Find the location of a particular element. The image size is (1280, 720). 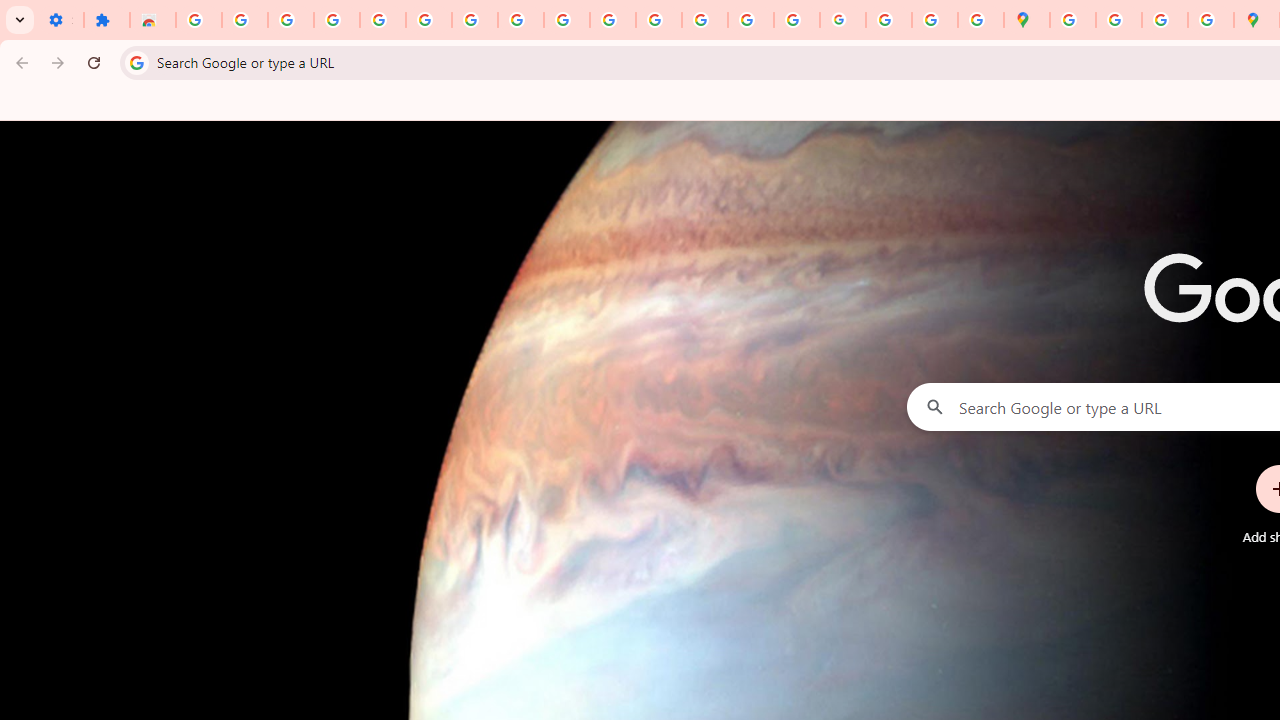

'Google Maps' is located at coordinates (1026, 20).